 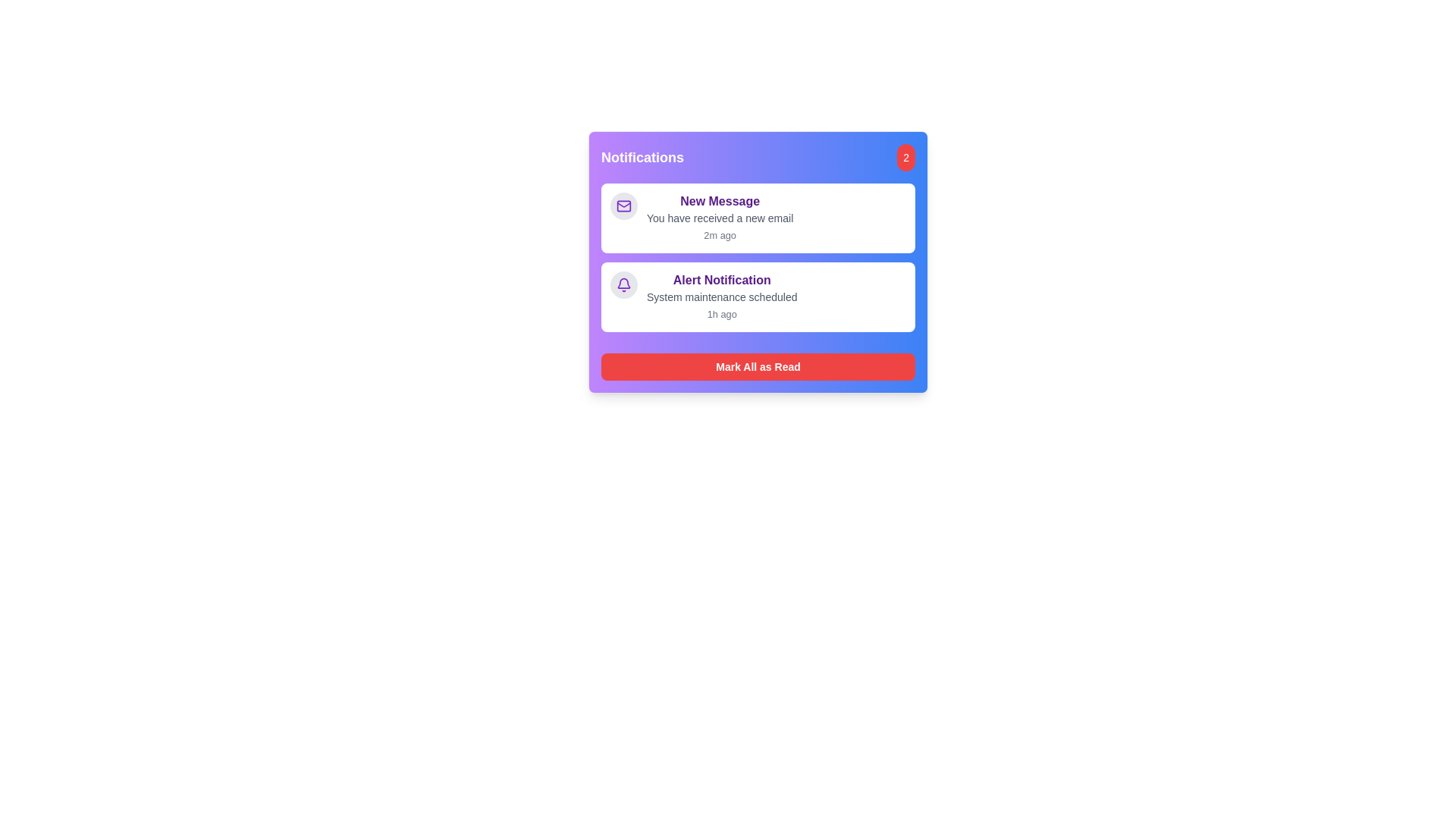 What do you see at coordinates (906, 158) in the screenshot?
I see `the circular badge with a red background and the white number '2' centered inside it, located at the top right corner of the 'Notifications' header` at bounding box center [906, 158].